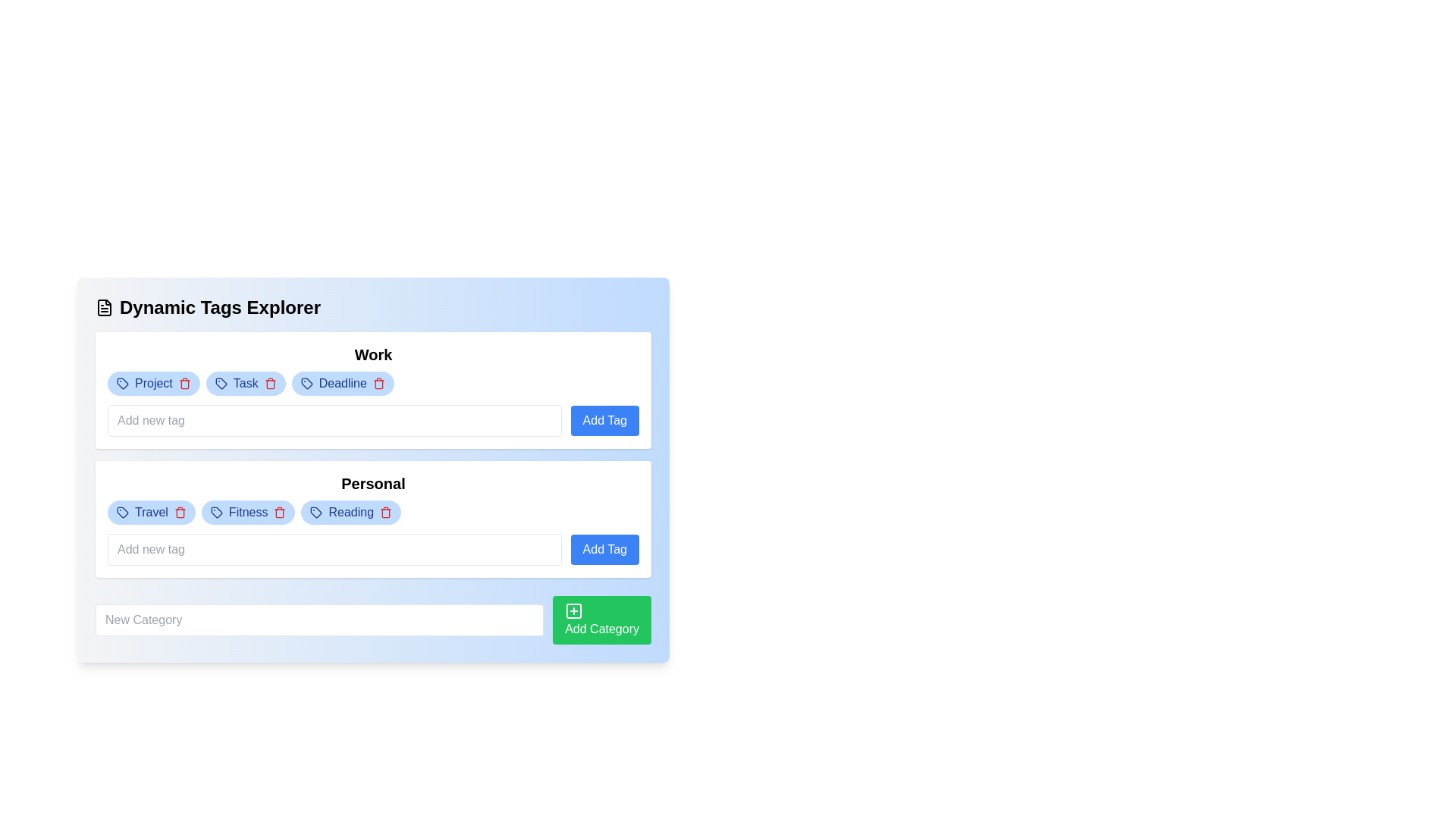 Image resolution: width=1456 pixels, height=819 pixels. I want to click on the input field within the 'Add new tag' composite UI component located under the 'Personal' section to type a new tag, so click(373, 550).